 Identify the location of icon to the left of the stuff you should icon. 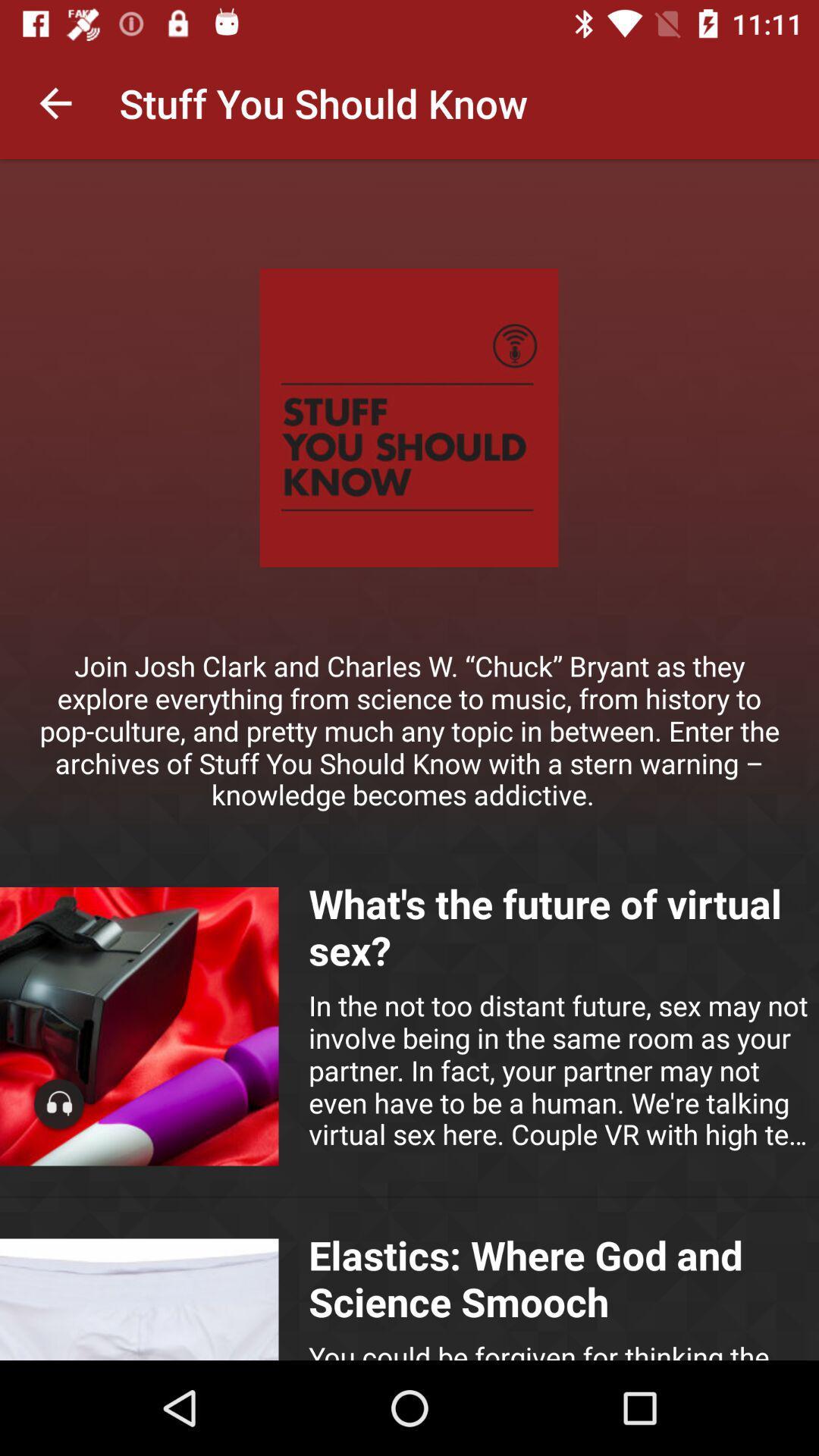
(55, 102).